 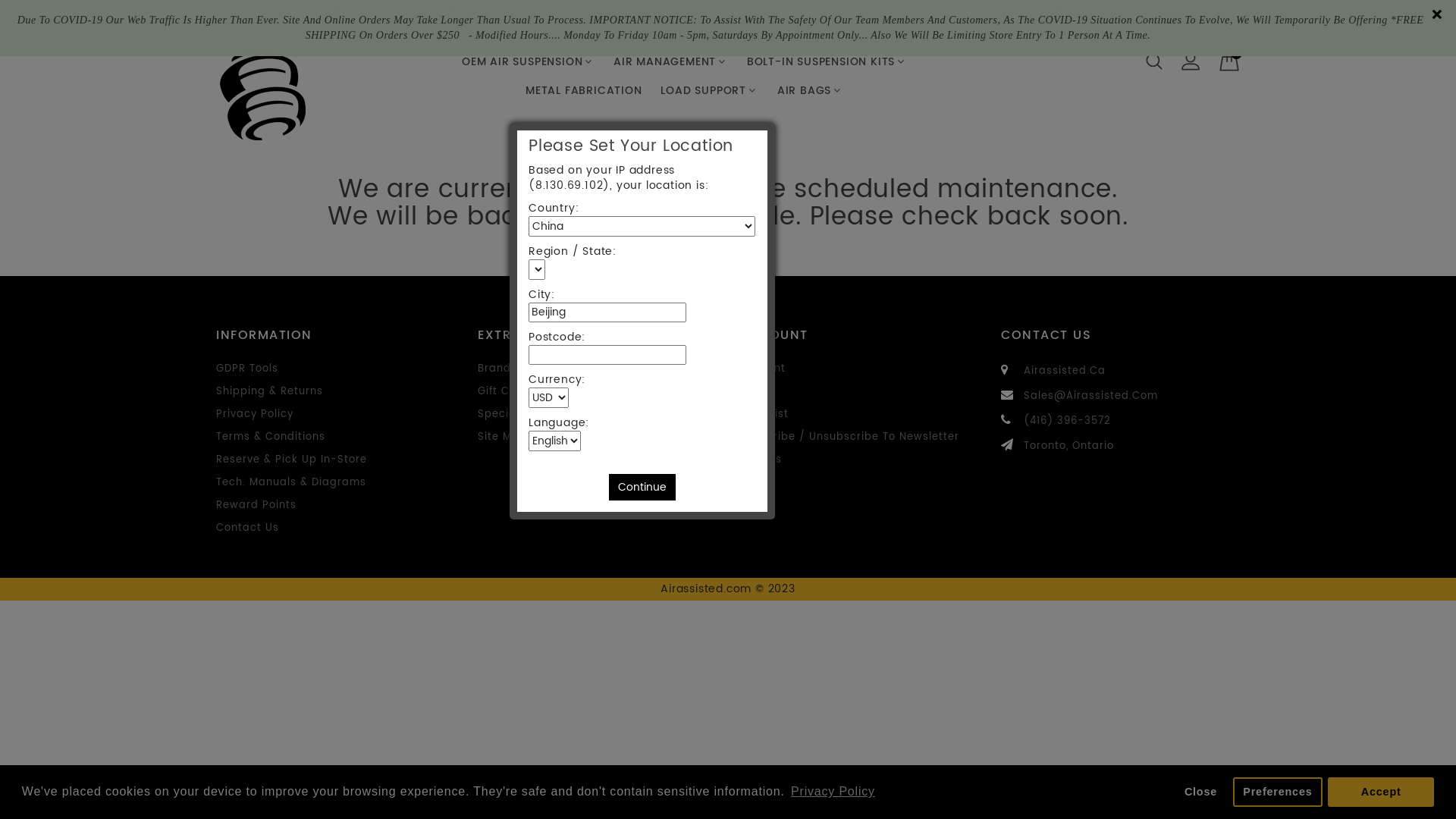 I want to click on 'GDPR Tools', so click(x=247, y=369).